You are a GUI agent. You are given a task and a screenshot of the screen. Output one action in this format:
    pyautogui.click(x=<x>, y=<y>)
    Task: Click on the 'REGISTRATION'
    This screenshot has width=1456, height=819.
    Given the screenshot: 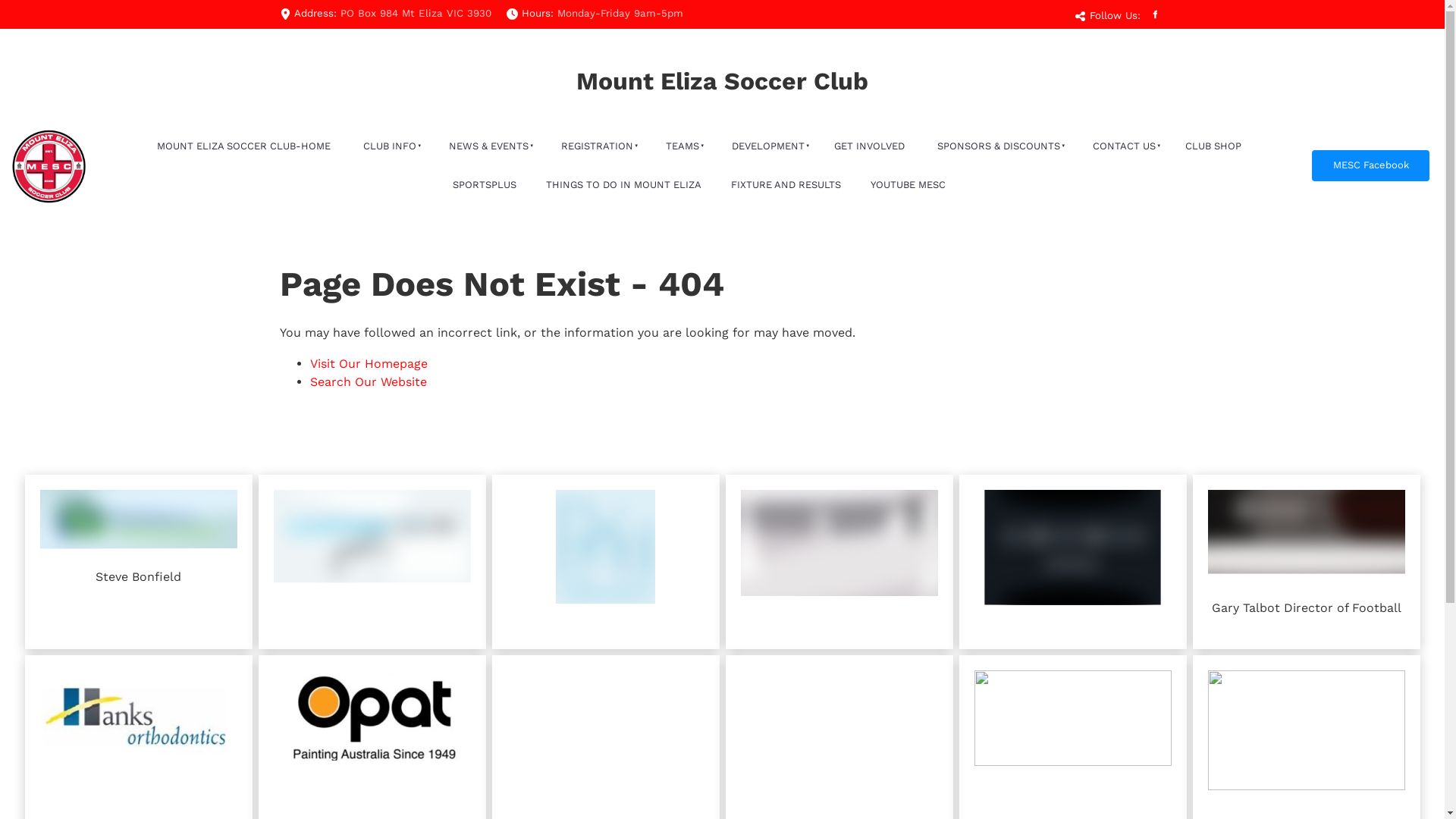 What is the action you would take?
    pyautogui.click(x=595, y=146)
    